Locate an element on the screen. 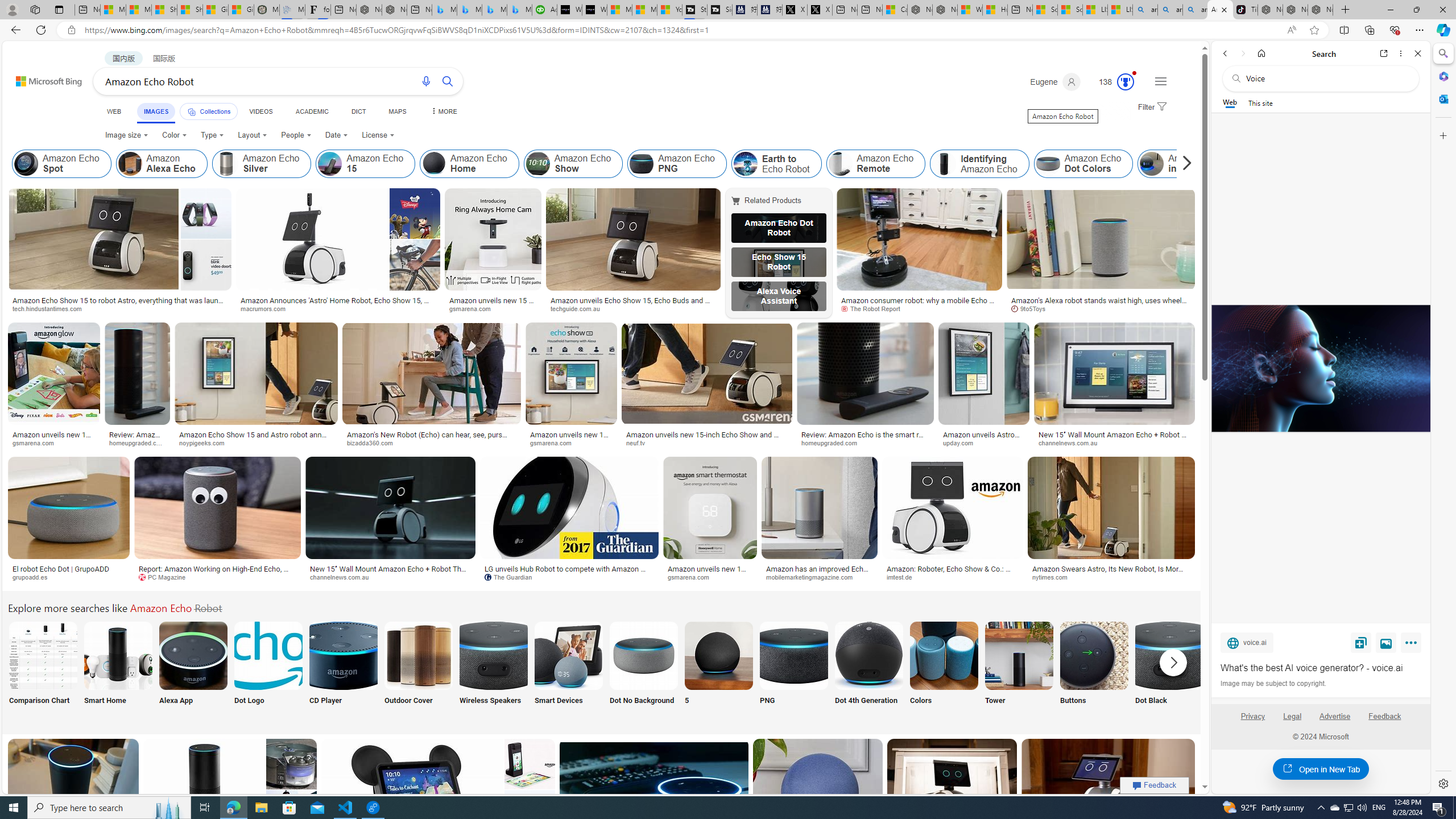 Image resolution: width=1456 pixels, height=819 pixels. 'imtest.de' is located at coordinates (903, 577).